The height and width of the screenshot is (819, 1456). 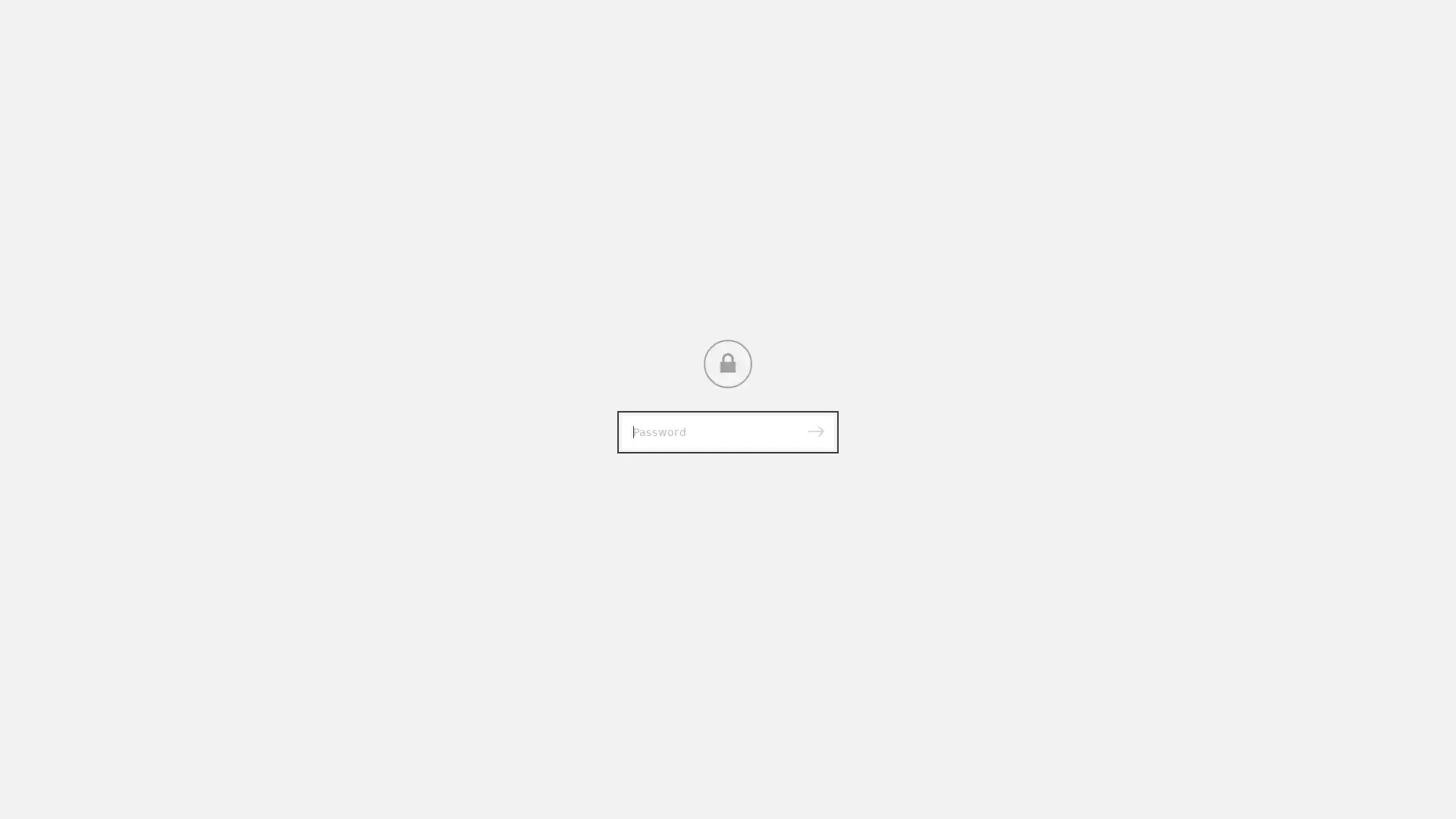 I want to click on Submit, so click(x=814, y=432).